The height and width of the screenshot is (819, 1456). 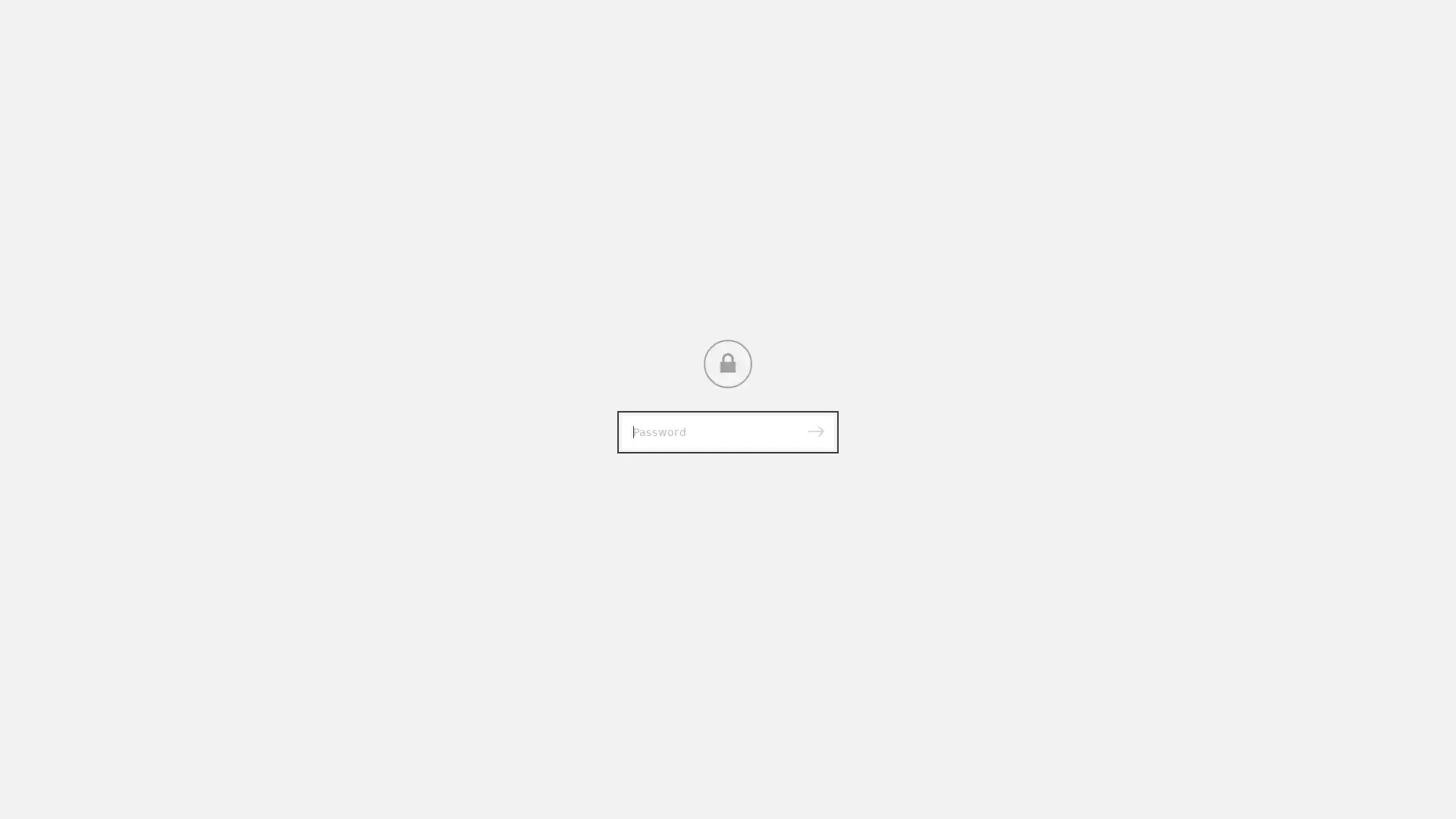 I want to click on Submit, so click(x=814, y=432).